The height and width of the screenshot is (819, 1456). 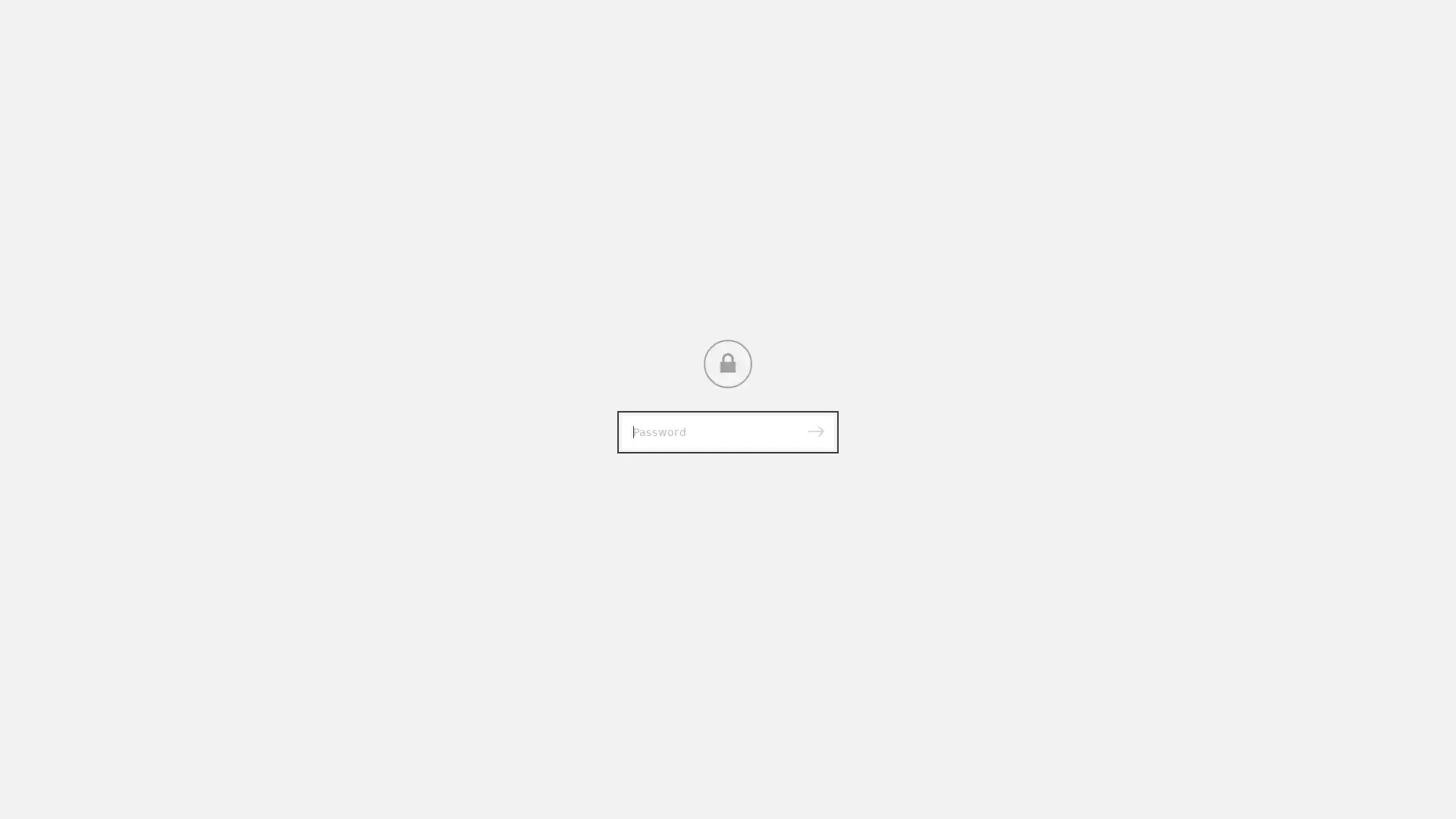 I want to click on Submit, so click(x=814, y=432).